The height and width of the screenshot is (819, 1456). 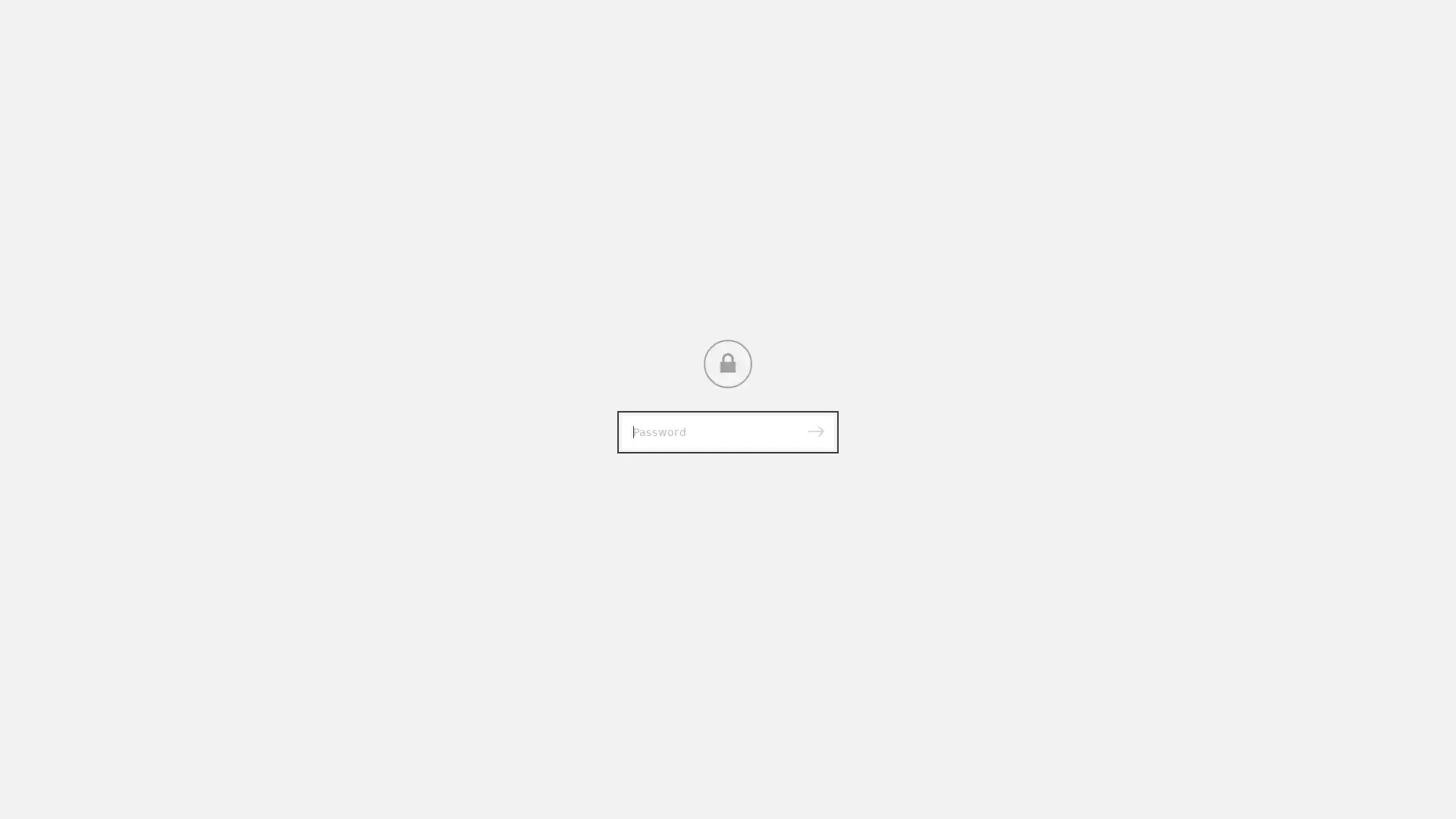 I want to click on Submit, so click(x=814, y=432).